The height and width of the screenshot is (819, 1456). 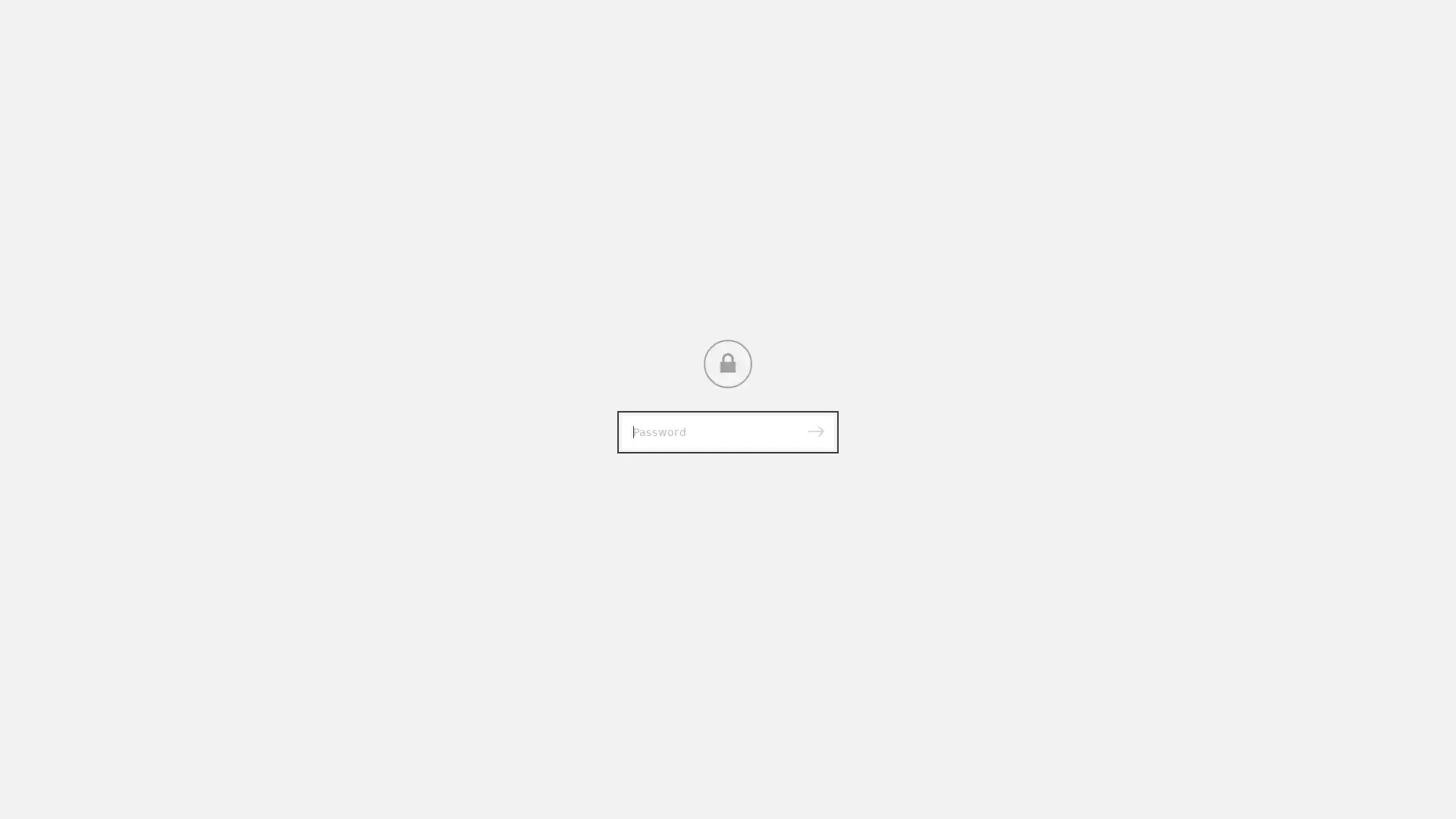 I want to click on Submit, so click(x=814, y=432).